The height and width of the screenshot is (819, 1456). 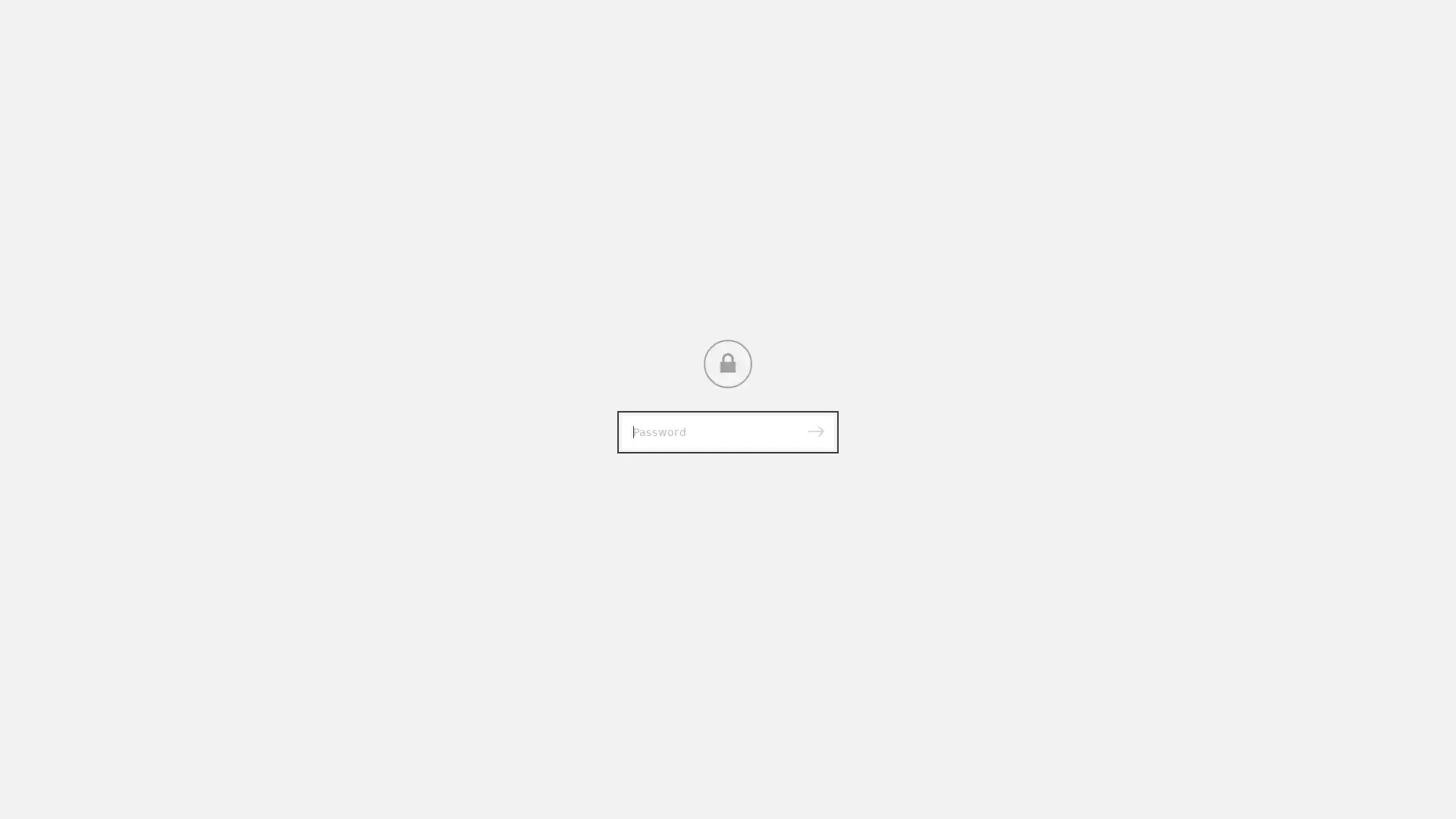 I want to click on Submit, so click(x=814, y=432).